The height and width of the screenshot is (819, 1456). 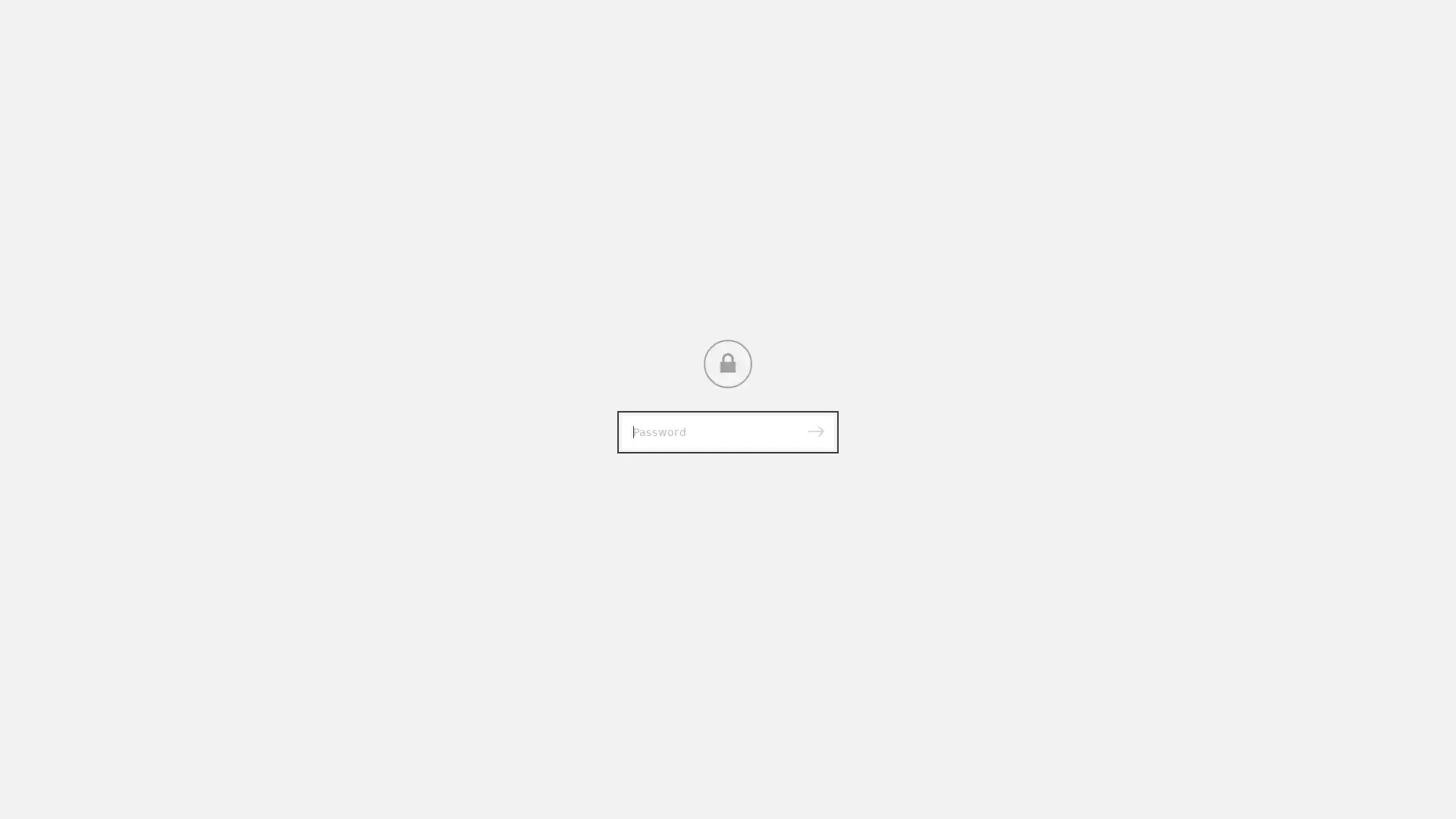 I want to click on Submit, so click(x=814, y=432).